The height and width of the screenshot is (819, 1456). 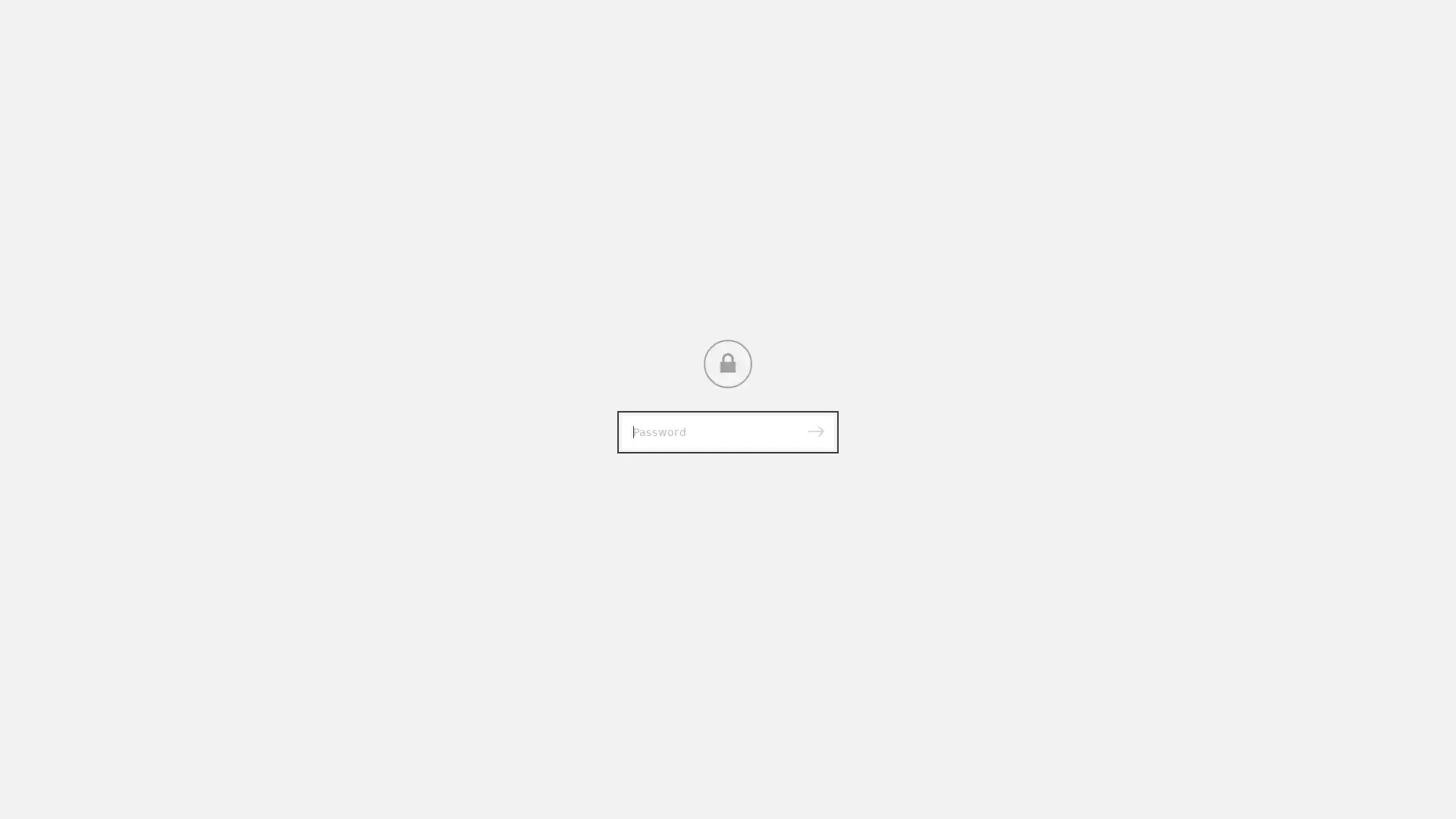 I want to click on Submit, so click(x=814, y=432).